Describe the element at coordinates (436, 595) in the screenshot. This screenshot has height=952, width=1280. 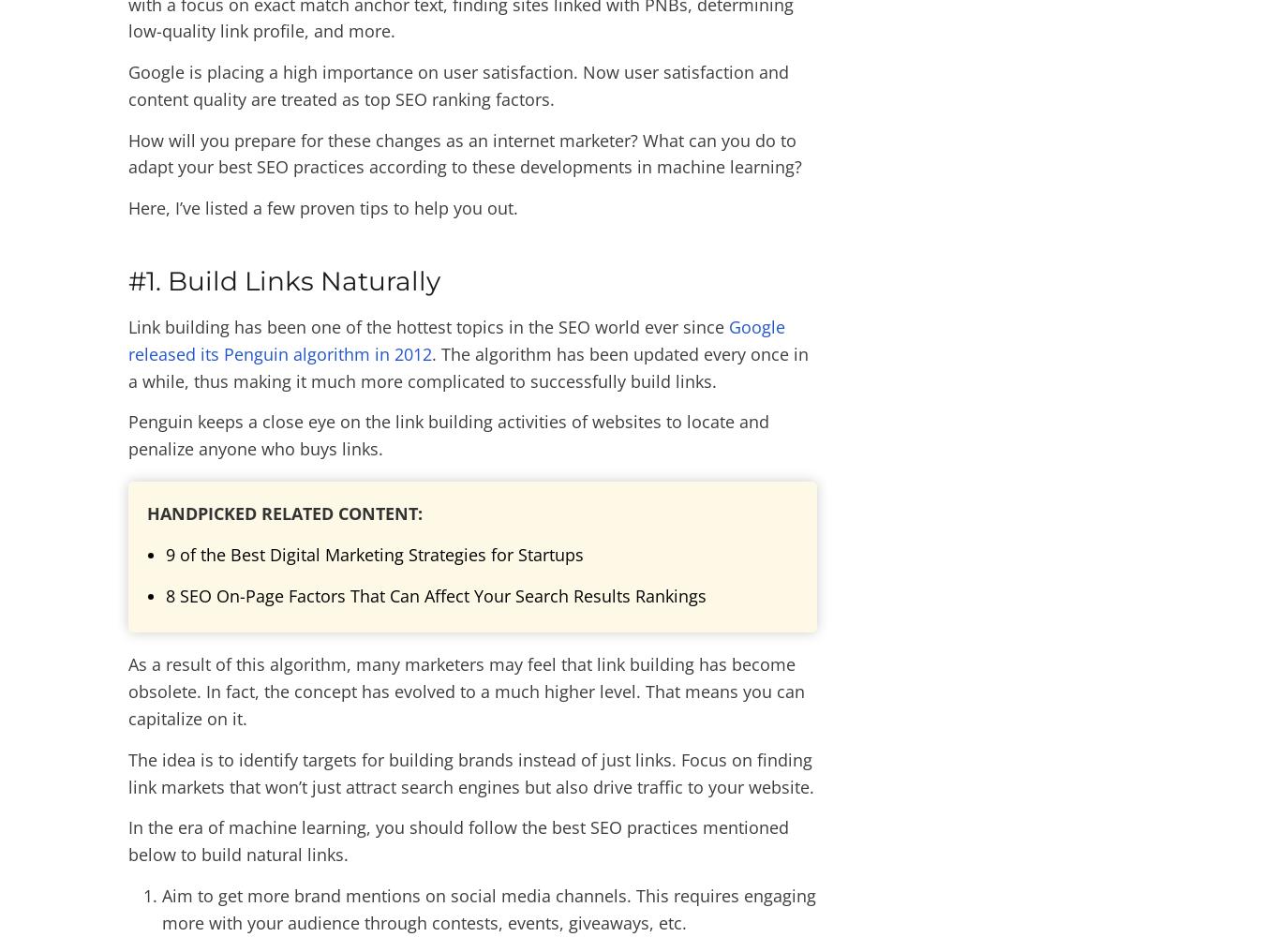
I see `'8 SEO On-Page Factors That Can Affect Your Search Results Rankings'` at that location.